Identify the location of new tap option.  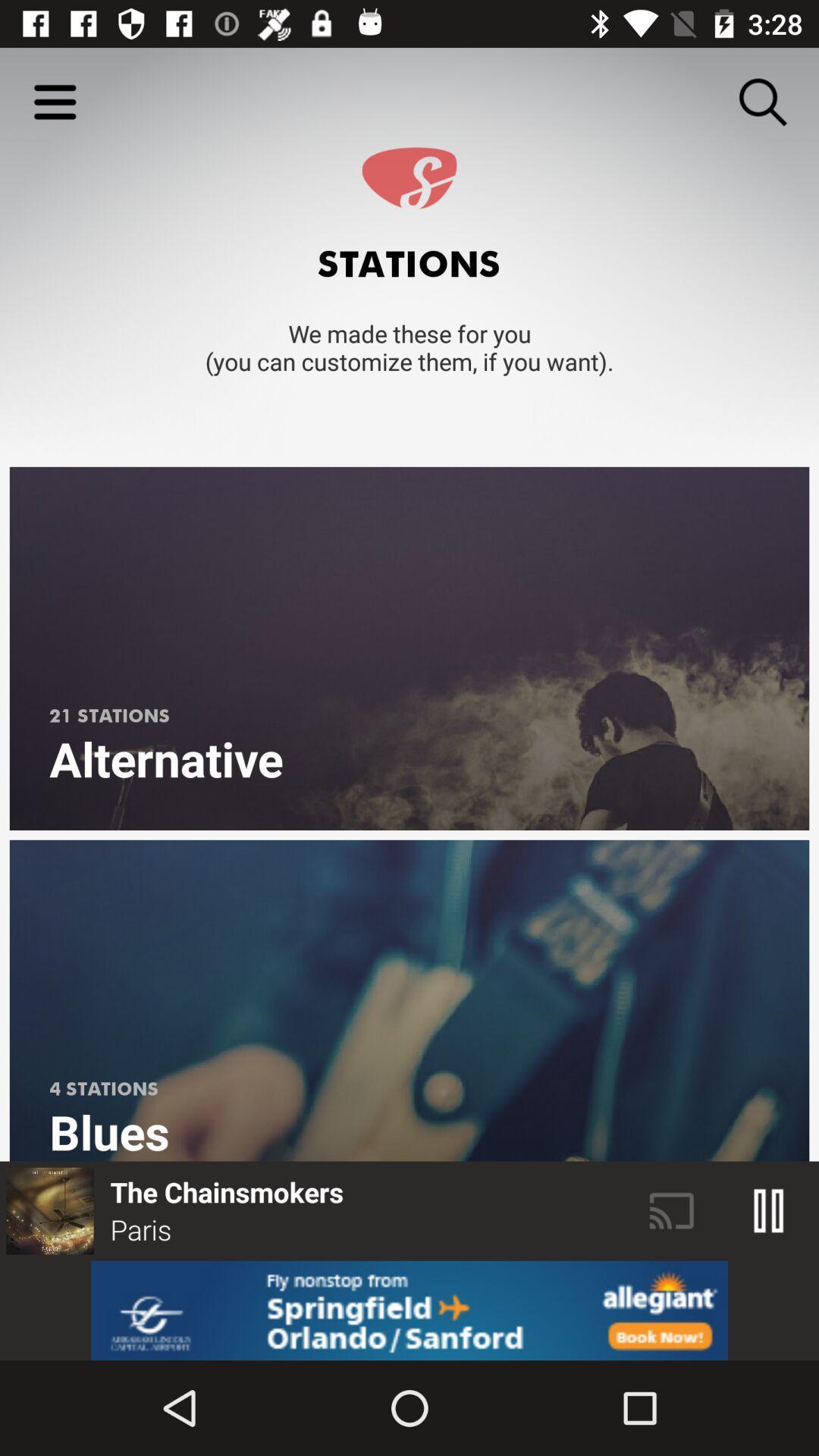
(409, 1310).